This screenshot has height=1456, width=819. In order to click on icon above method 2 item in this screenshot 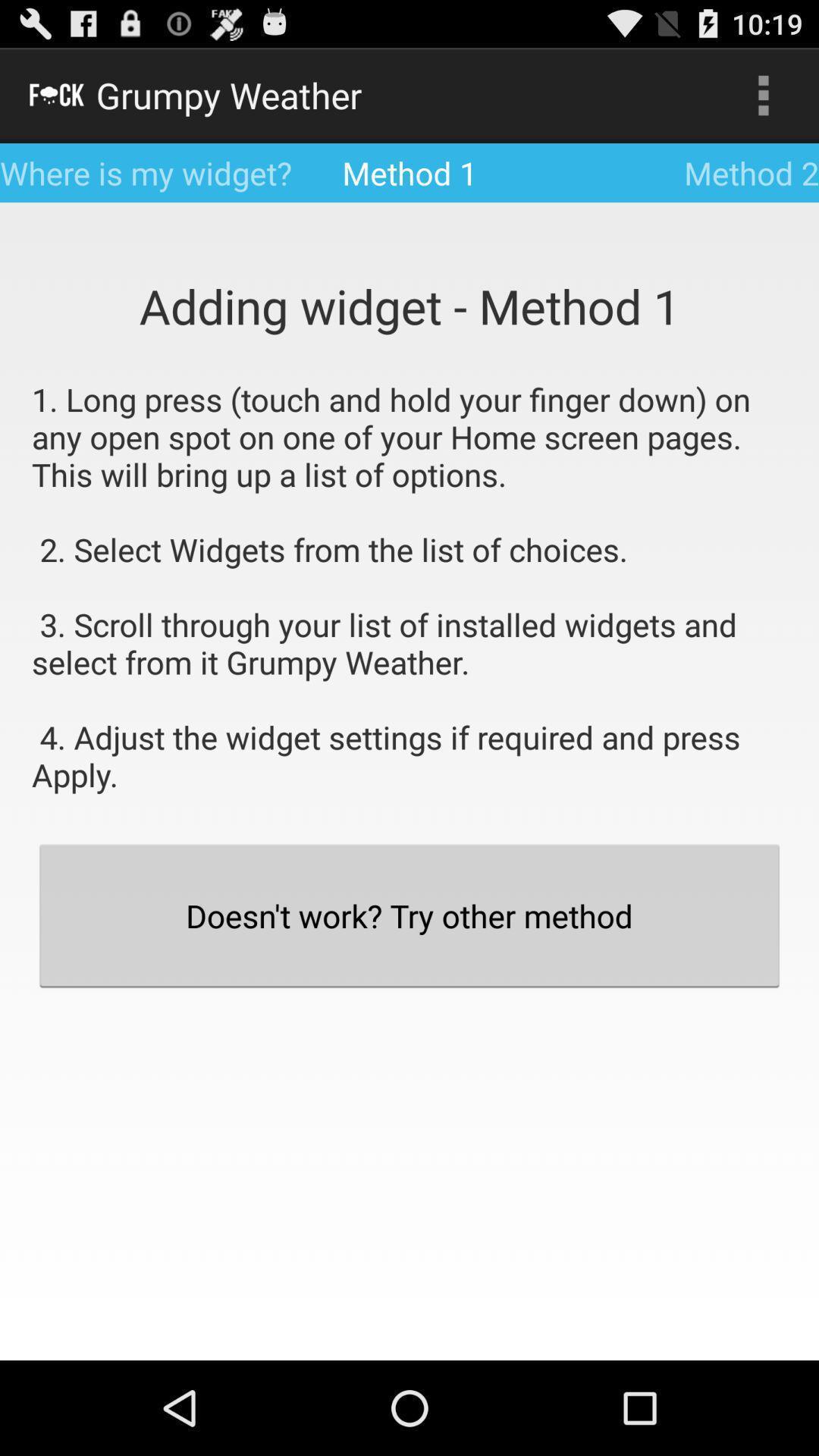, I will do `click(763, 94)`.